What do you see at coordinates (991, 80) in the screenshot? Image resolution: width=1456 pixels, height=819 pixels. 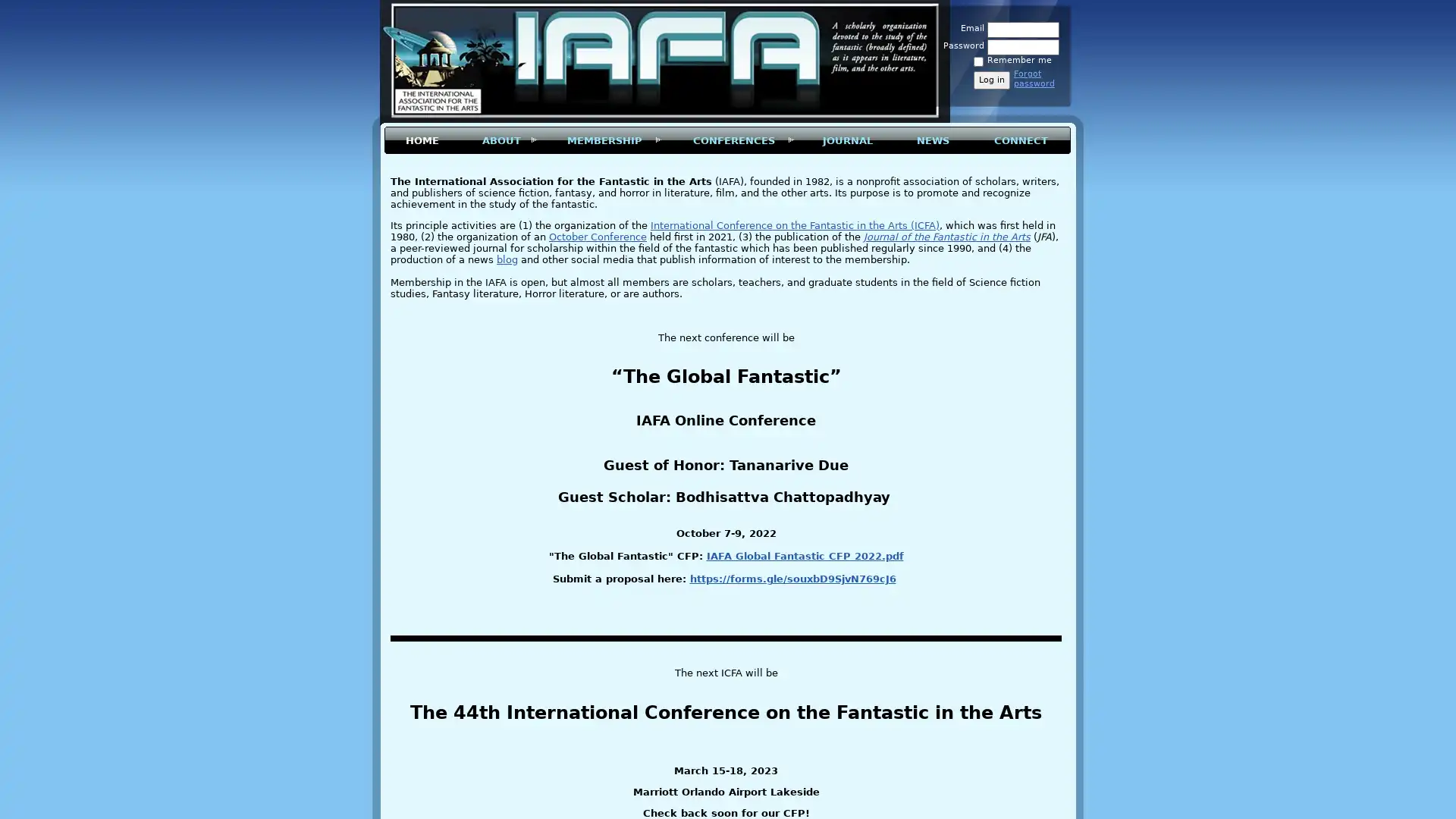 I see `Log in` at bounding box center [991, 80].